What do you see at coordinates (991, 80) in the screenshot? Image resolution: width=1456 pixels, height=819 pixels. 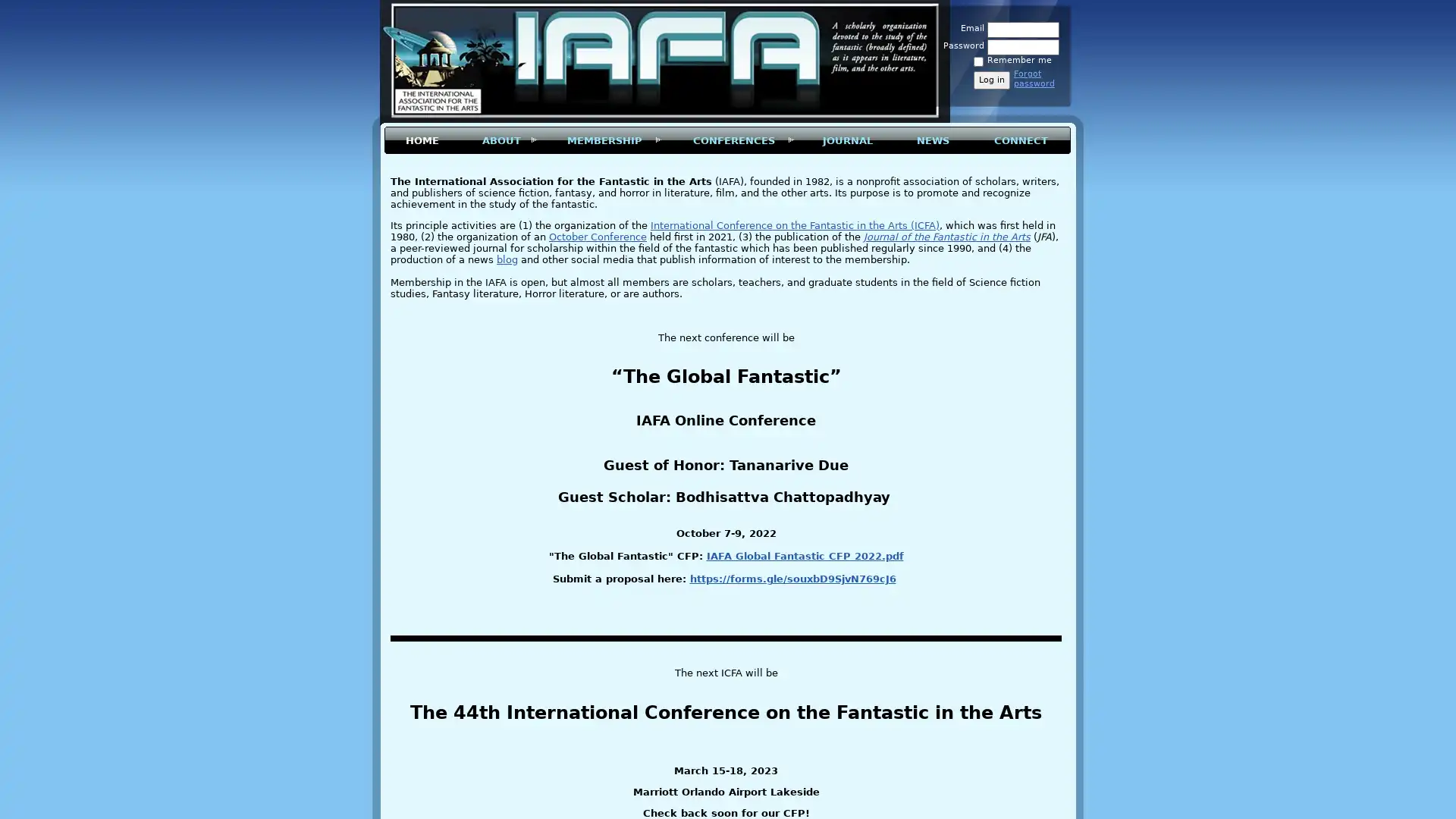 I see `Log in` at bounding box center [991, 80].